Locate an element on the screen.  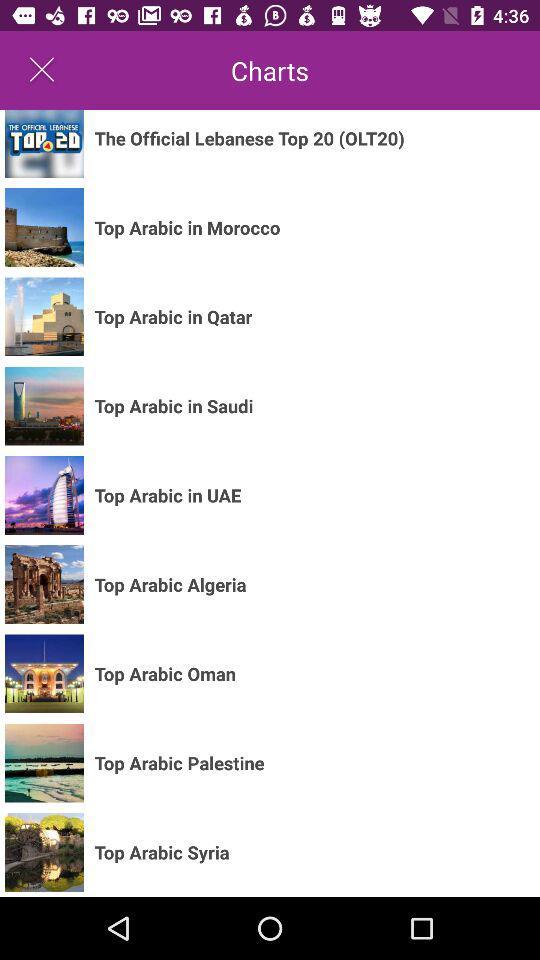
the icon next to the charts is located at coordinates (42, 70).